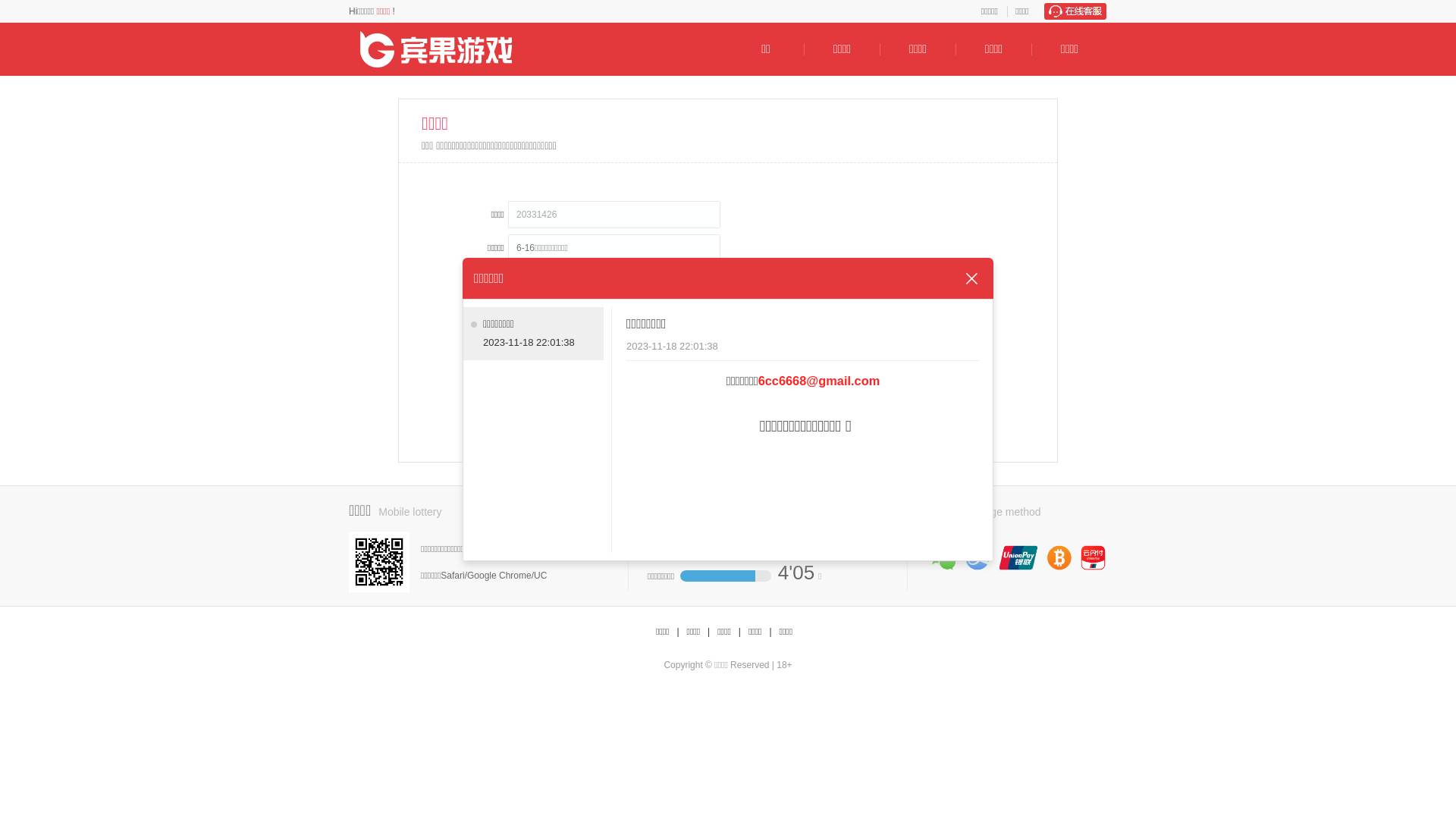 Image resolution: width=1456 pixels, height=819 pixels. Describe the element at coordinates (739, 632) in the screenshot. I see `'|'` at that location.